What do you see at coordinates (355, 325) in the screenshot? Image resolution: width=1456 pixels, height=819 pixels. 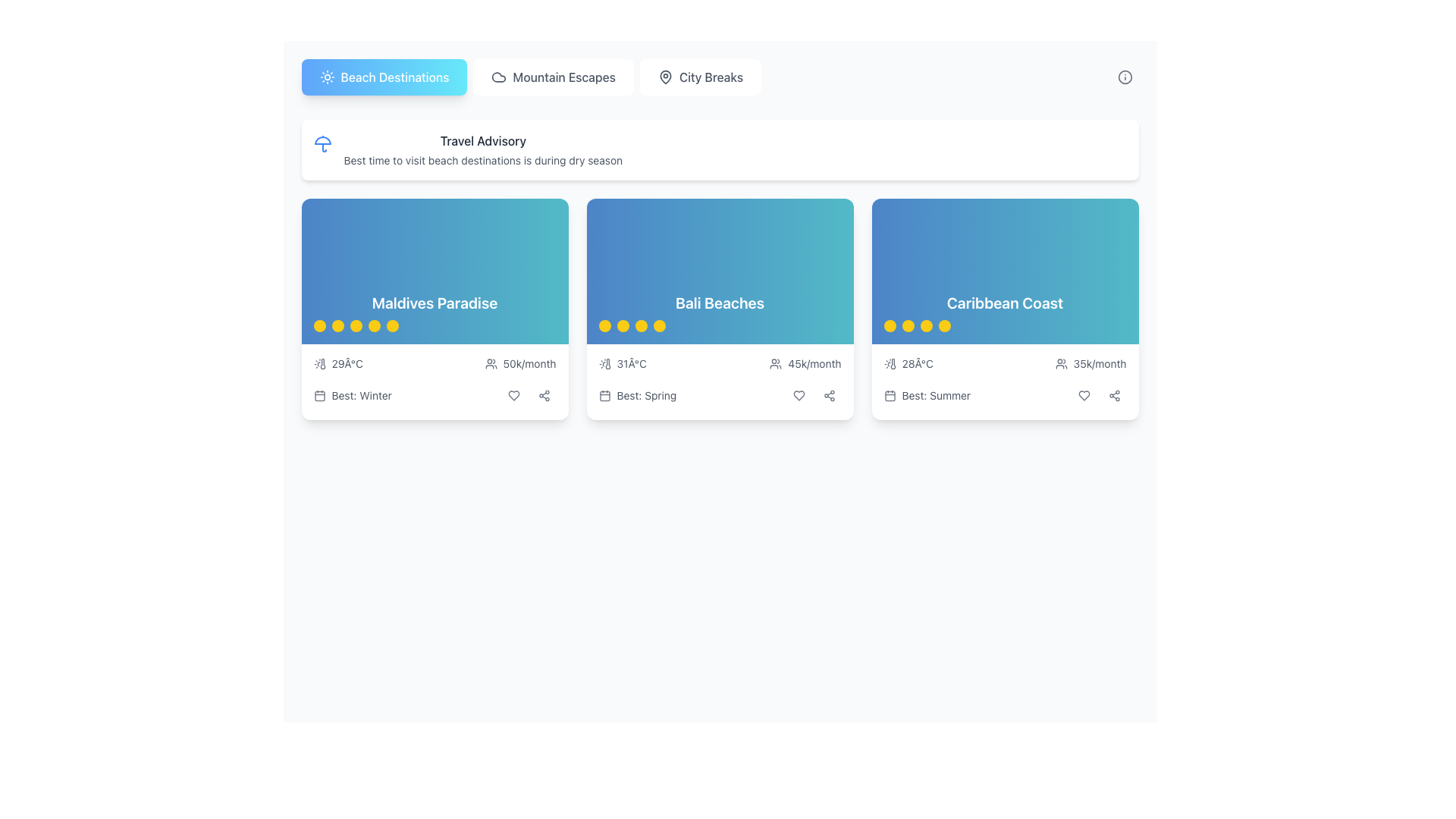 I see `the third dot in the row of five dots within the content card titled 'Maldives Paradise', which serves as a visual indicator for a rating system` at bounding box center [355, 325].